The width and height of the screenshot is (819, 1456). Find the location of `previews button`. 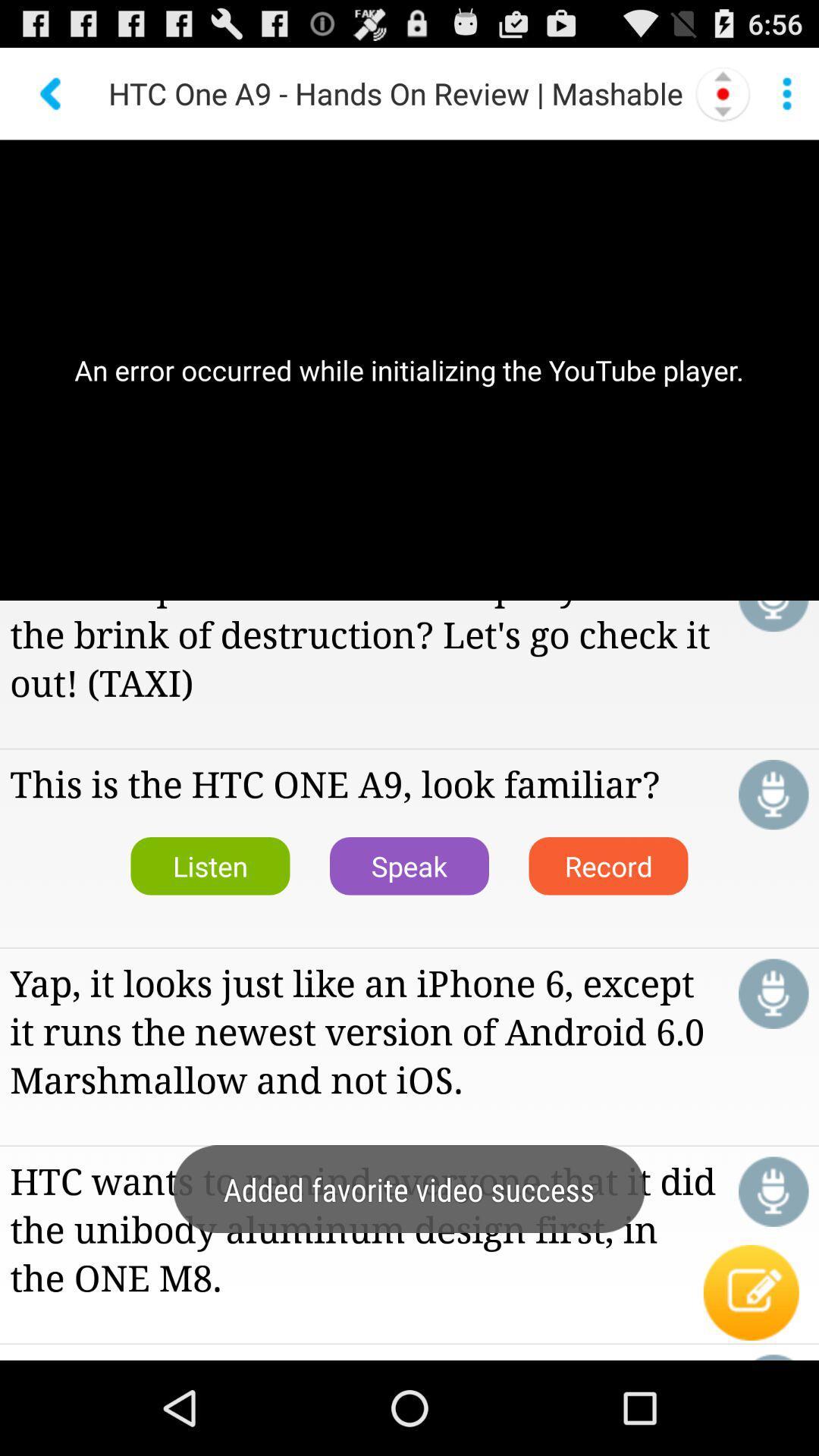

previews button is located at coordinates (52, 93).